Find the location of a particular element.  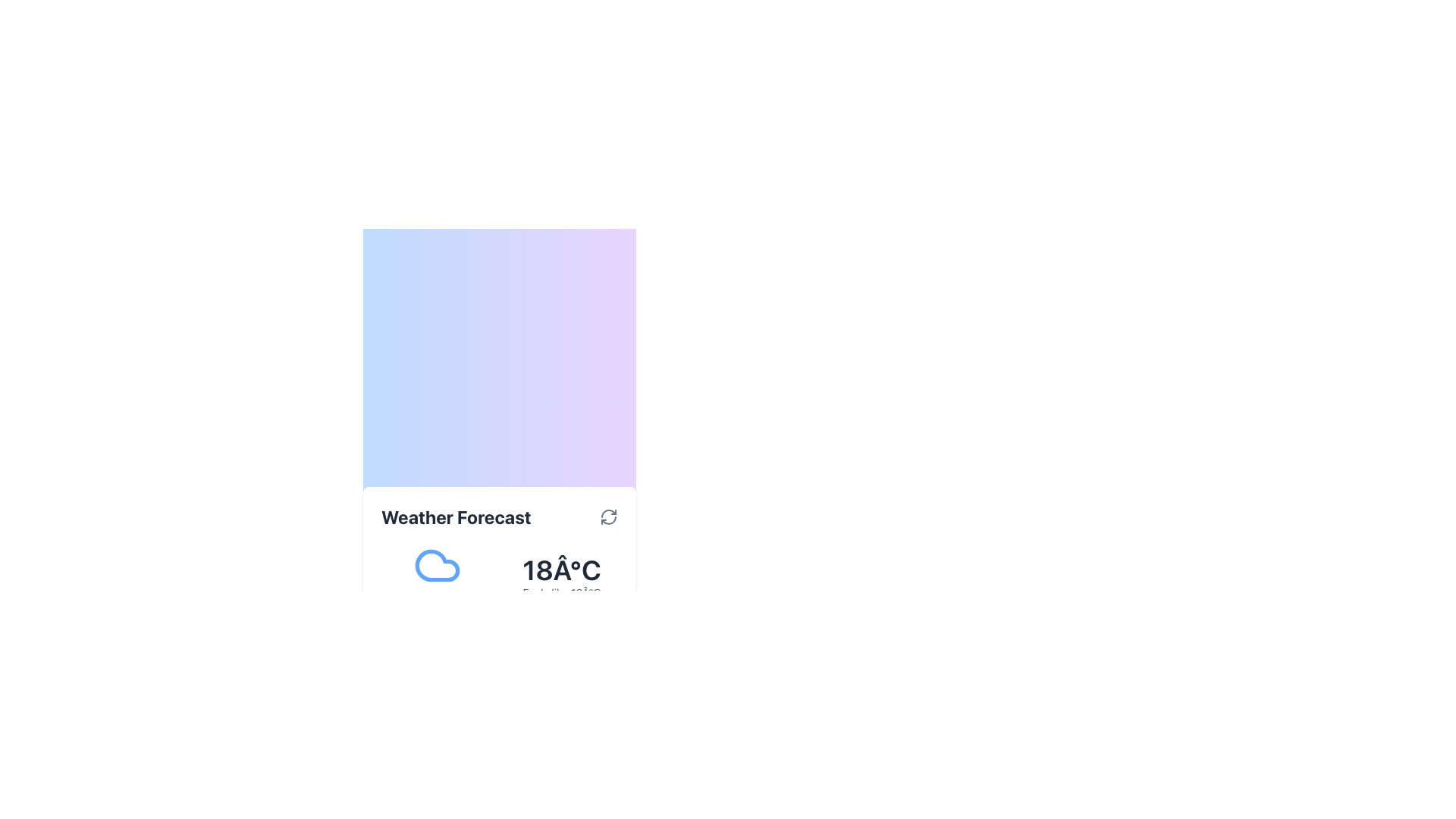

text from the 'feels like' temperature label located below the main temperature reading of '18°C' is located at coordinates (560, 592).